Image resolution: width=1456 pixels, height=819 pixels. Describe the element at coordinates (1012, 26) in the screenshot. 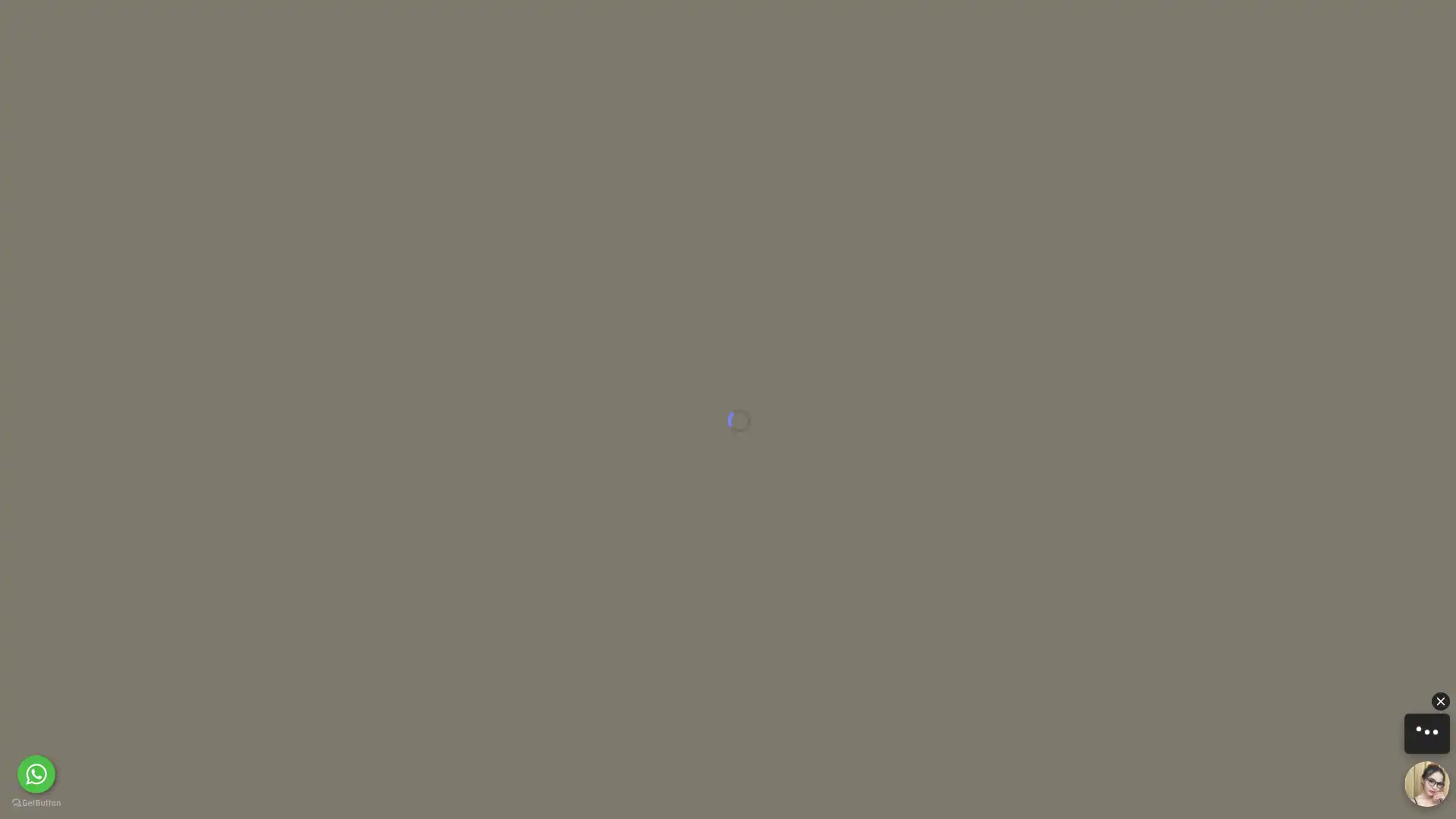

I see `LOGIN` at that location.